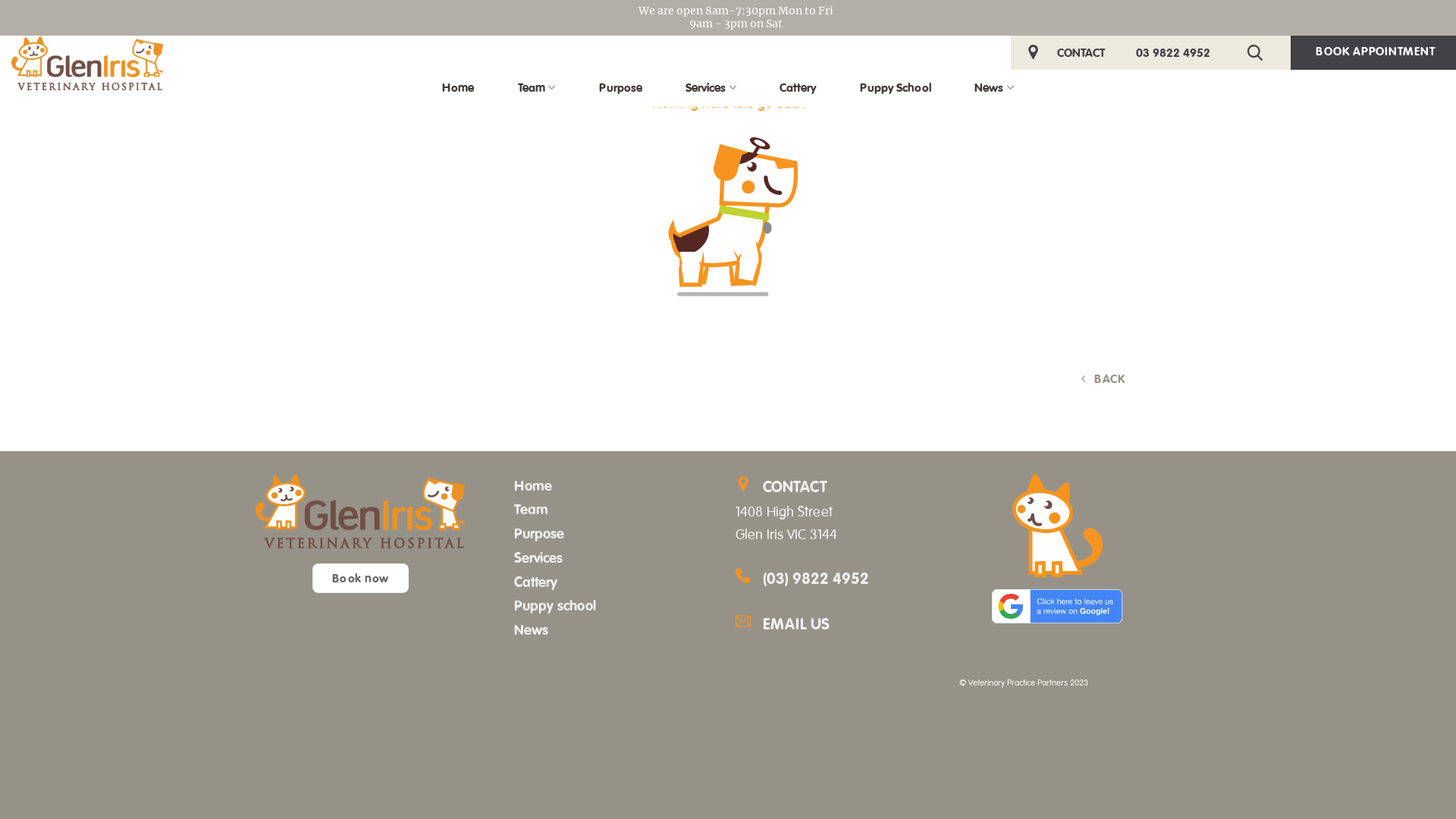 This screenshot has width=1456, height=819. I want to click on 'BACK', so click(1103, 378).